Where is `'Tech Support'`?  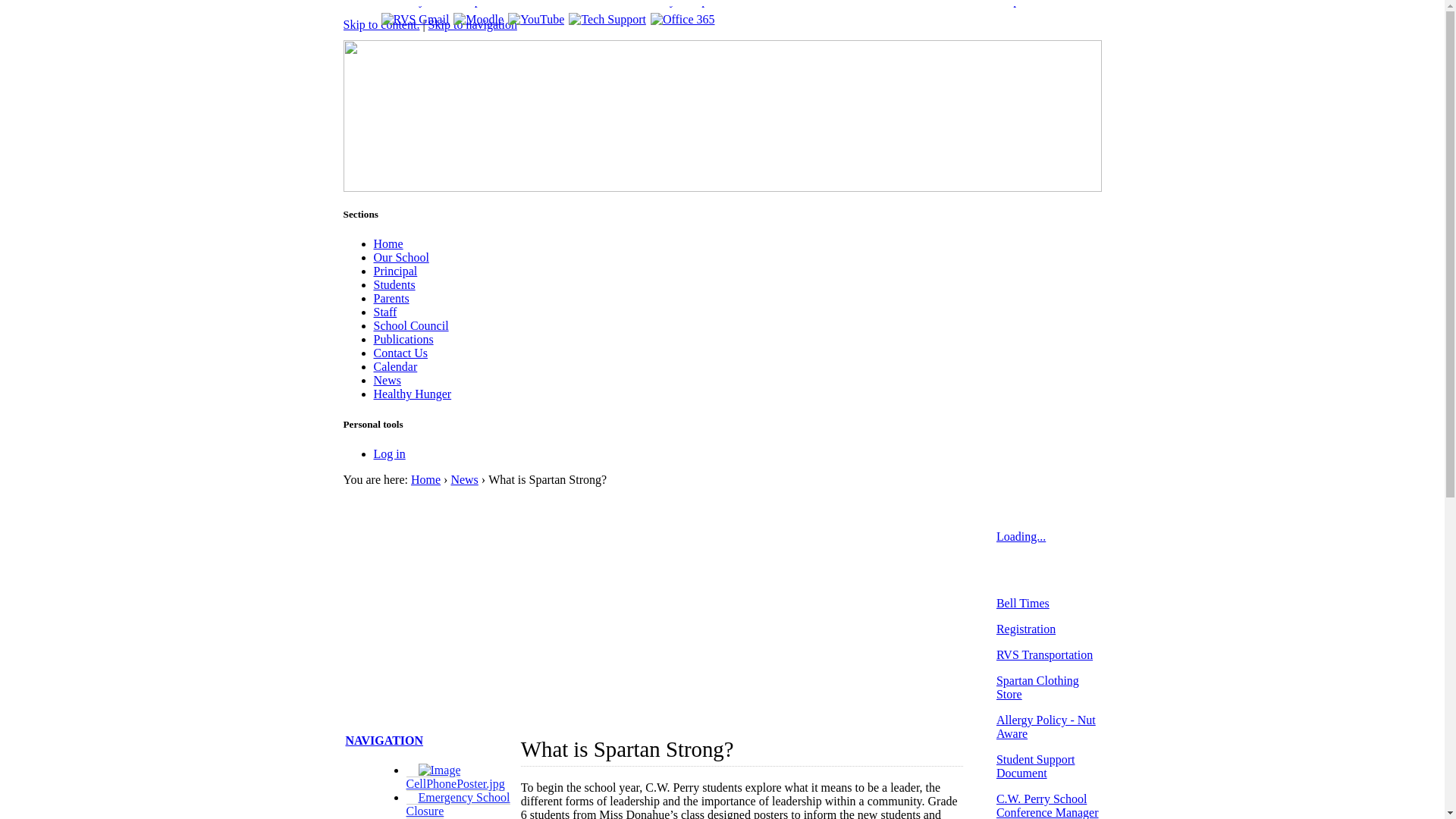 'Tech Support' is located at coordinates (607, 19).